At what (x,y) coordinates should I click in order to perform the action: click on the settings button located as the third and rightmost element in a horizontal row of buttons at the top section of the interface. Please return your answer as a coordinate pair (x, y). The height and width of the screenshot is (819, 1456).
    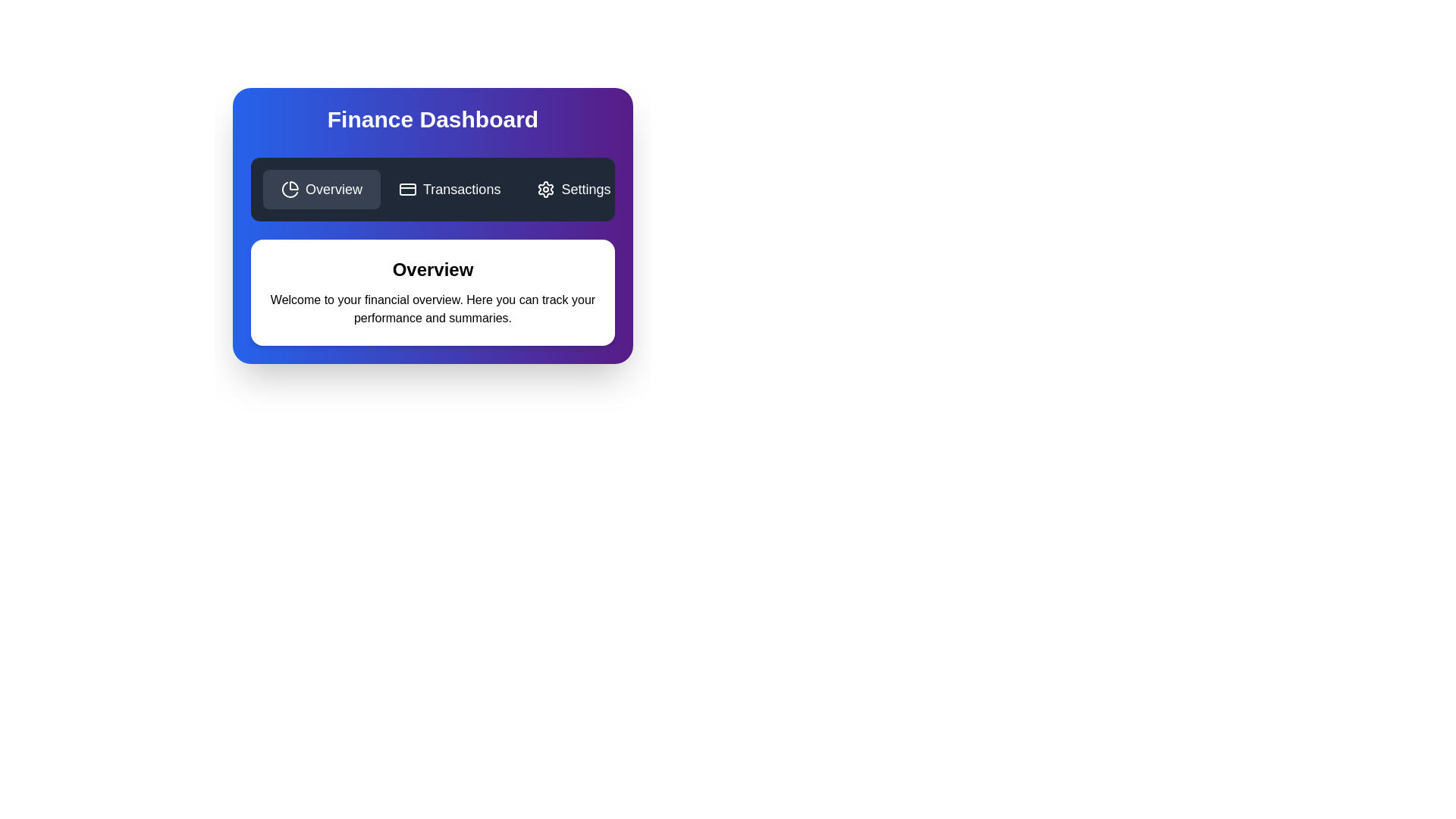
    Looking at the image, I should click on (573, 189).